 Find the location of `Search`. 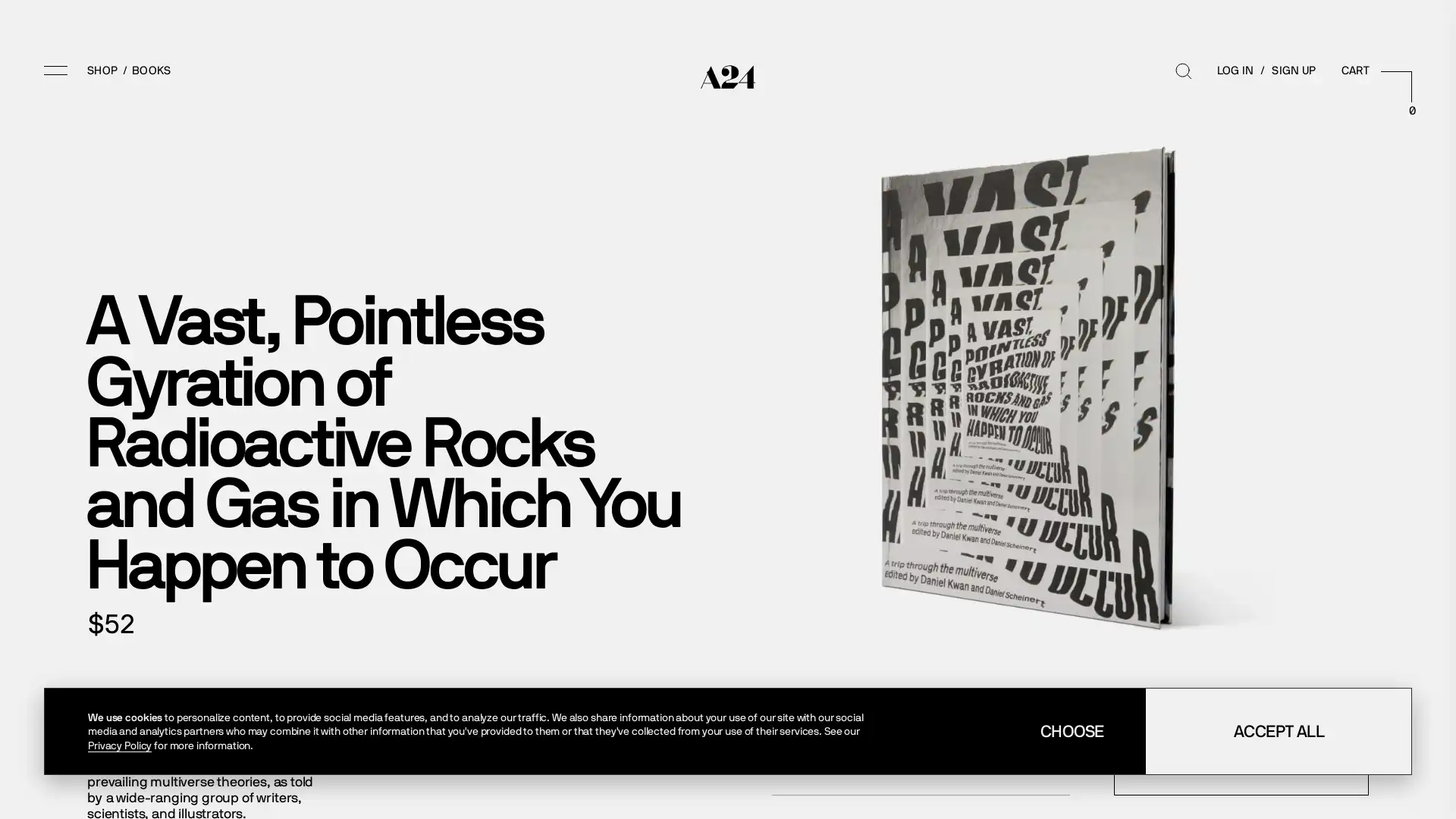

Search is located at coordinates (1228, 97).